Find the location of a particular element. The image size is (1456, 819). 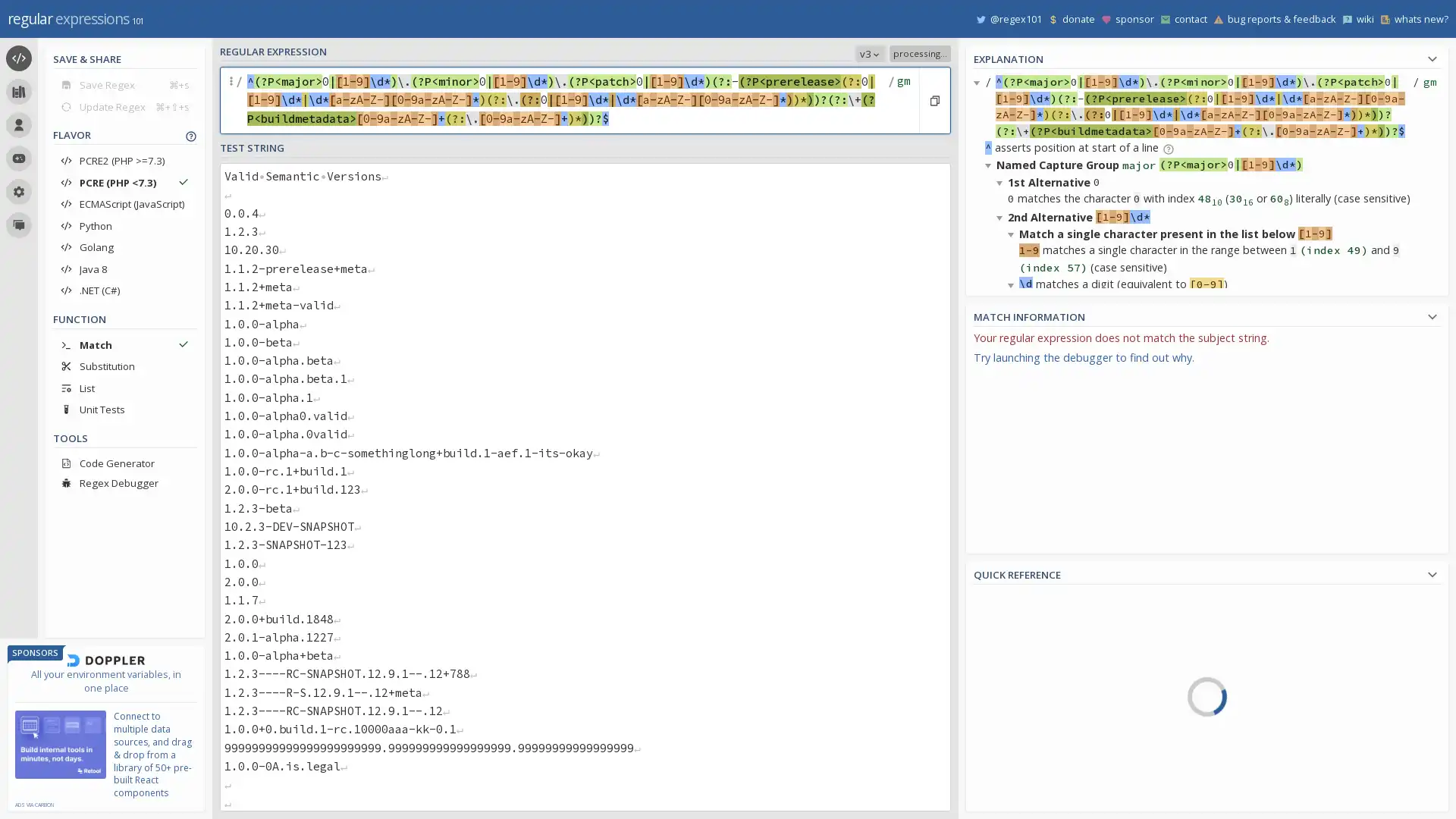

A character in the range: a-z [a-z] is located at coordinates (1282, 643).